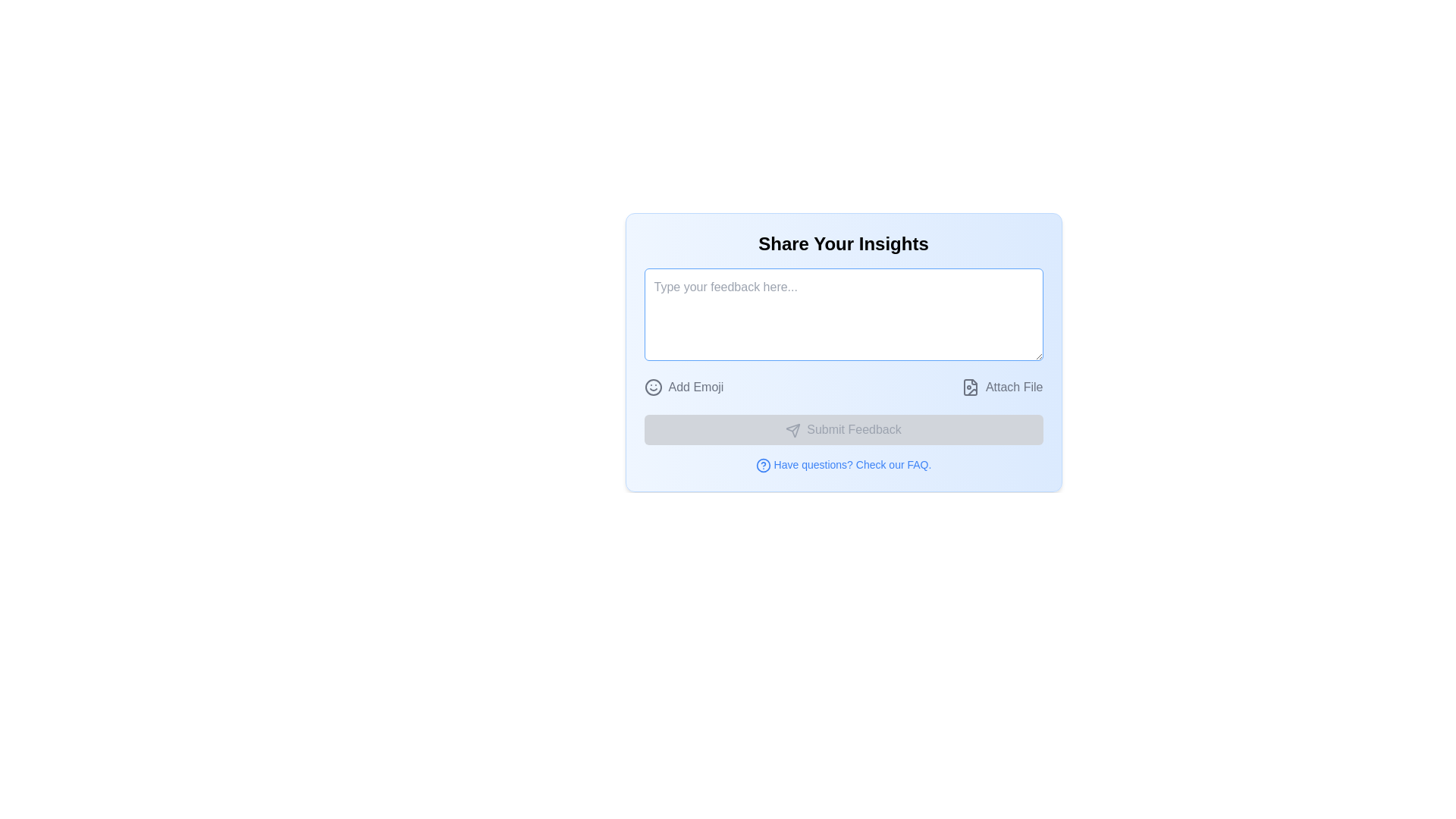  What do you see at coordinates (792, 430) in the screenshot?
I see `the arrowhead icon resembling a send symbol, which is part of an SVG graphic representing a sending action` at bounding box center [792, 430].